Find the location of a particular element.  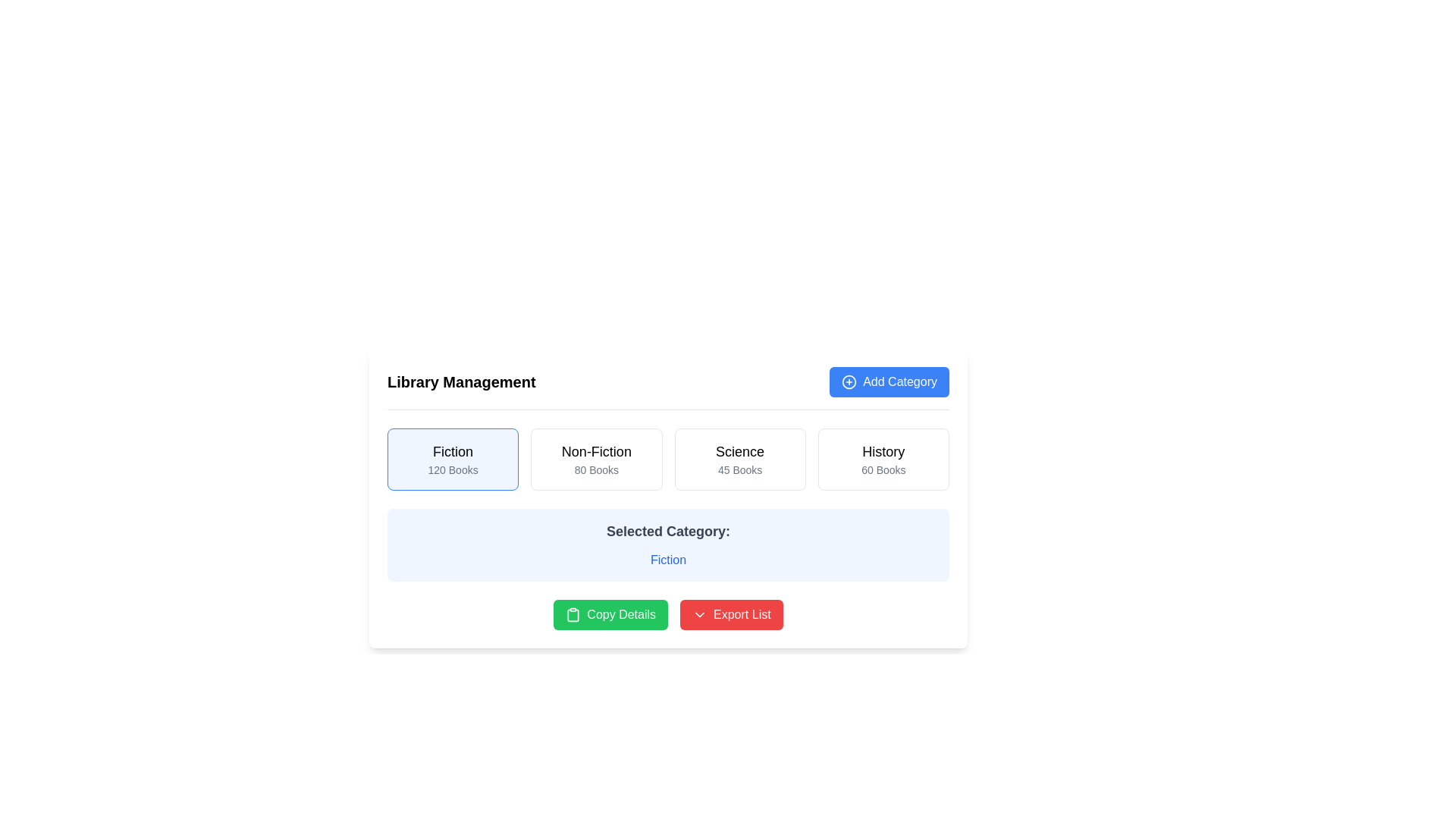

the 'Export List' button in the Button Group located at the bottom-center of the interface, below the 'Selected Category: Fiction' section is located at coordinates (667, 614).